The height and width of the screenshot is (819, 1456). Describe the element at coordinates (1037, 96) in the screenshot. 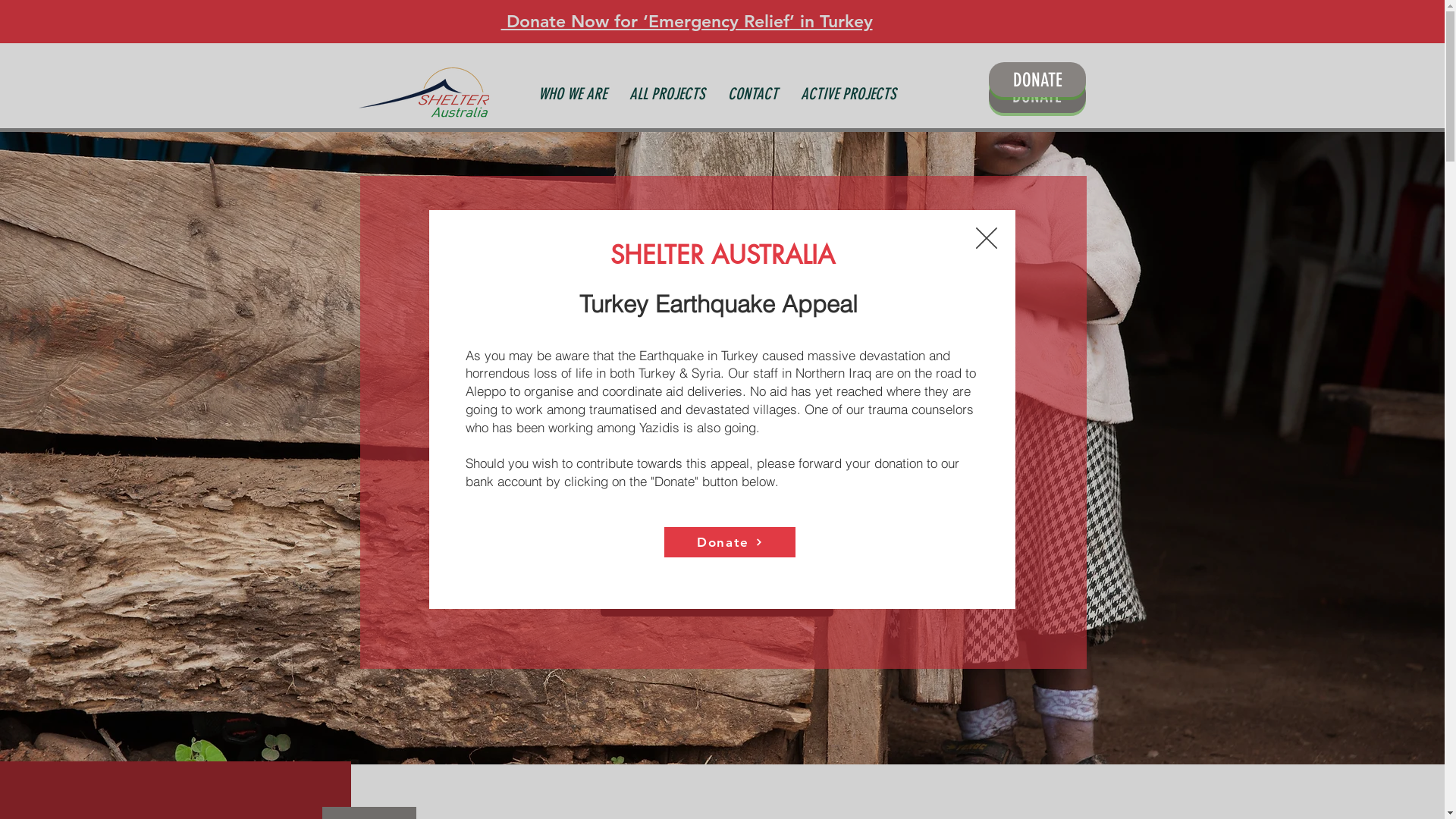

I see `'DONATE'` at that location.